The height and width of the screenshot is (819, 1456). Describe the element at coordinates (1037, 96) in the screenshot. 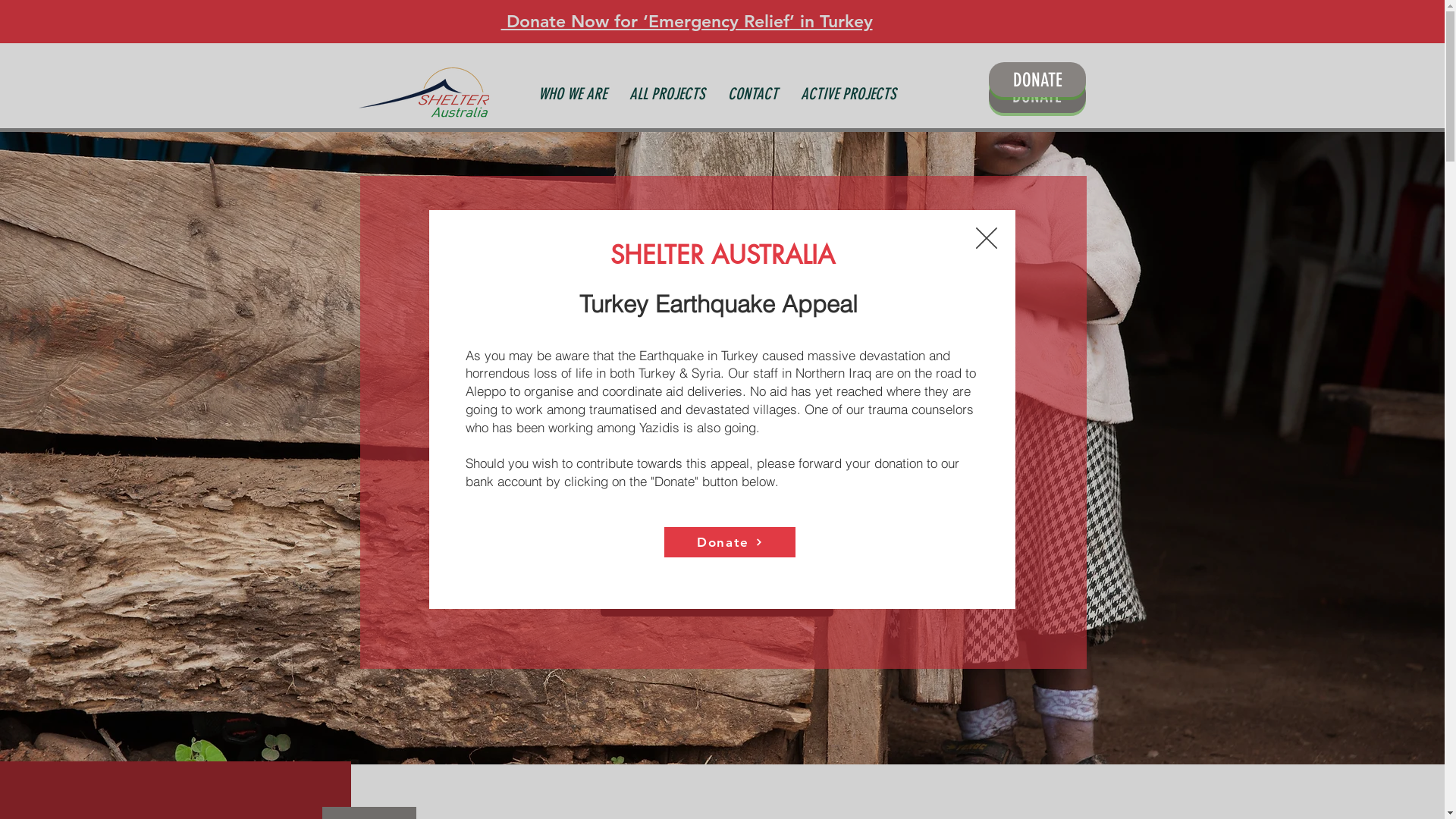

I see `'DONATE'` at that location.